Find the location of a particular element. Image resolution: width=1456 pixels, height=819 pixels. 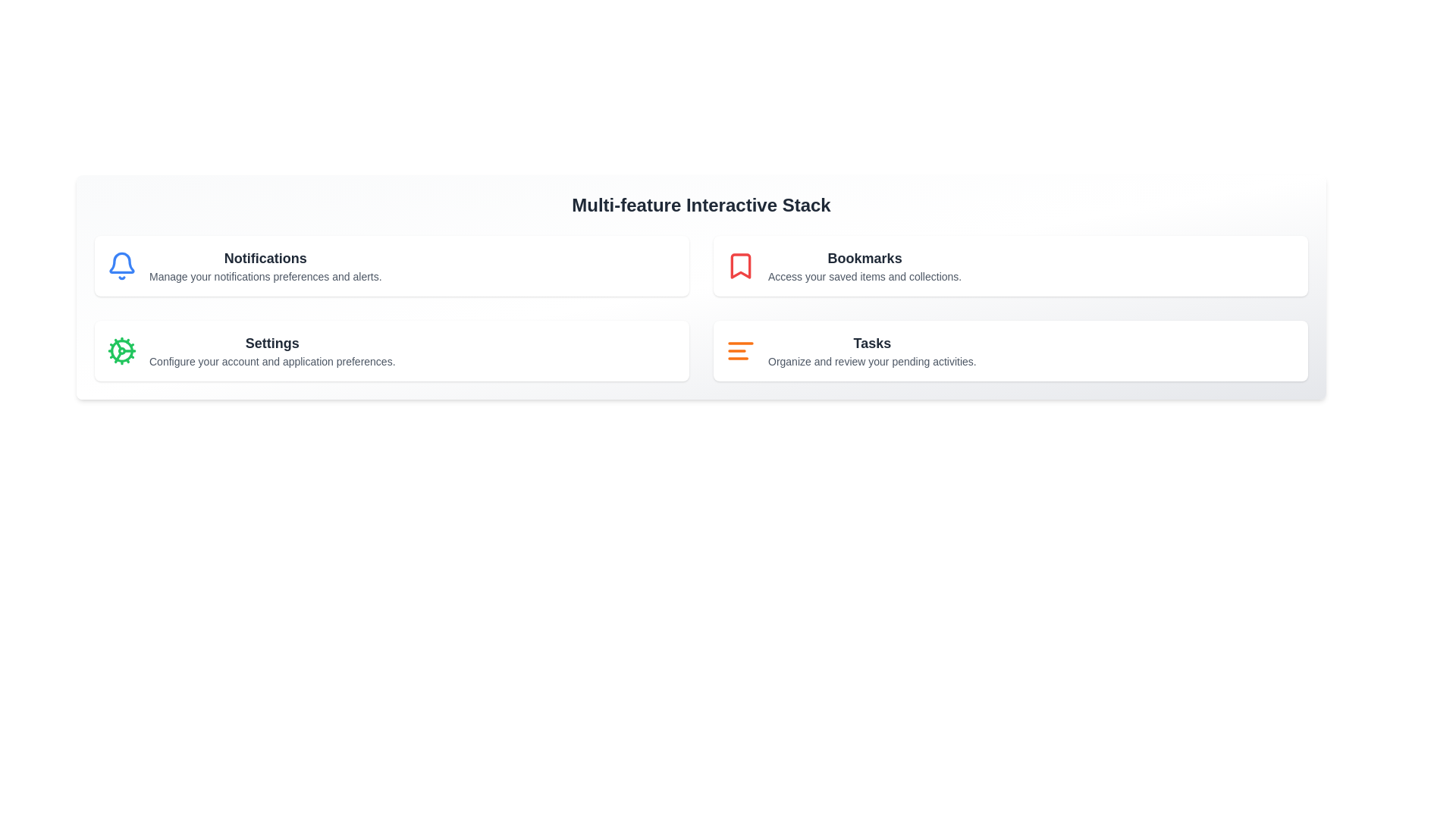

the 'Bookmarks' icon located in the top-right area of the interface, which visually represents the 'Bookmarks' section and is positioned to the left of the 'Bookmarks' title and description text is located at coordinates (741, 265).